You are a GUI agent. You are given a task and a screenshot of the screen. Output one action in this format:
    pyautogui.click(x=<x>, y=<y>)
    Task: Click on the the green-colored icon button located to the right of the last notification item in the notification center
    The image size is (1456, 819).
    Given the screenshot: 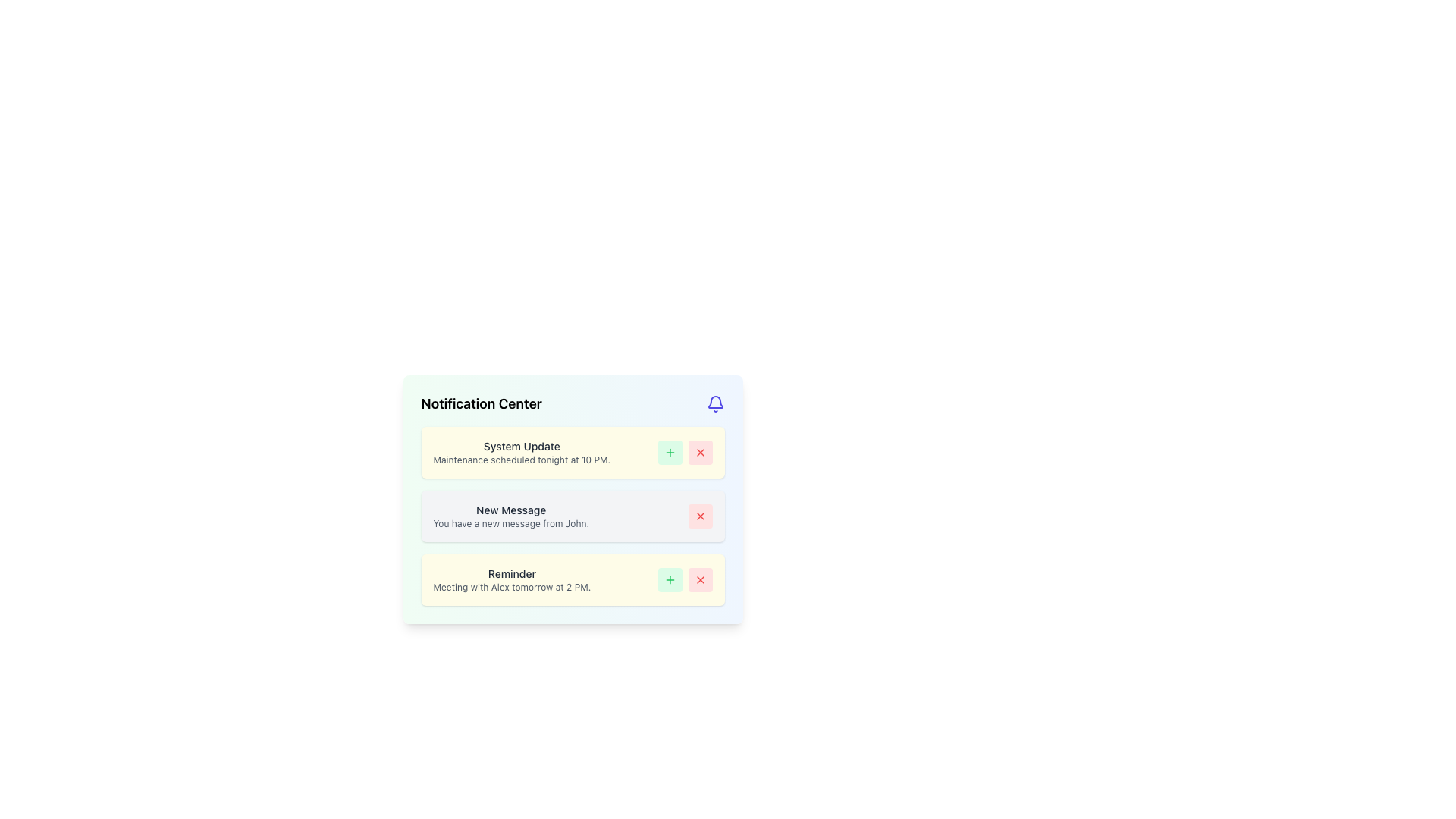 What is the action you would take?
    pyautogui.click(x=669, y=452)
    